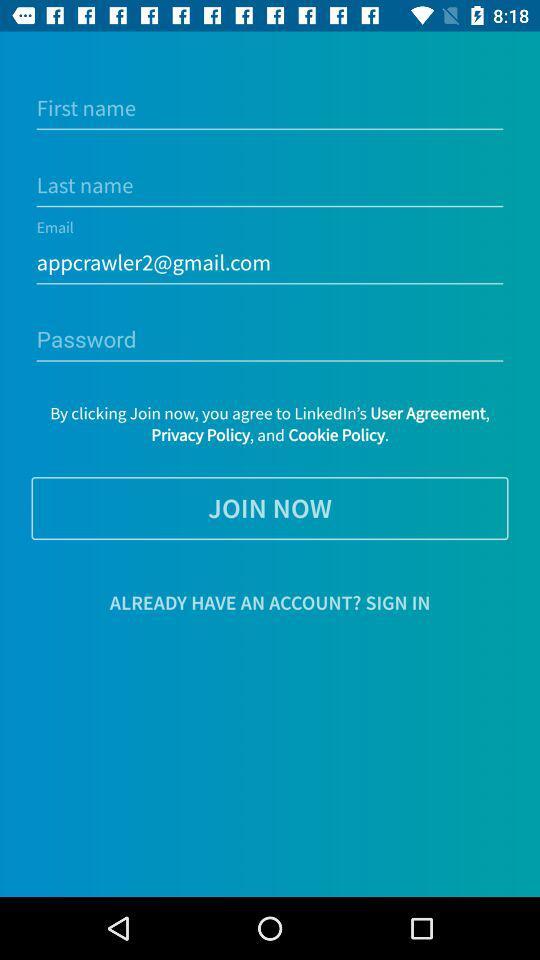 Image resolution: width=540 pixels, height=960 pixels. I want to click on the item below the join now, so click(270, 601).